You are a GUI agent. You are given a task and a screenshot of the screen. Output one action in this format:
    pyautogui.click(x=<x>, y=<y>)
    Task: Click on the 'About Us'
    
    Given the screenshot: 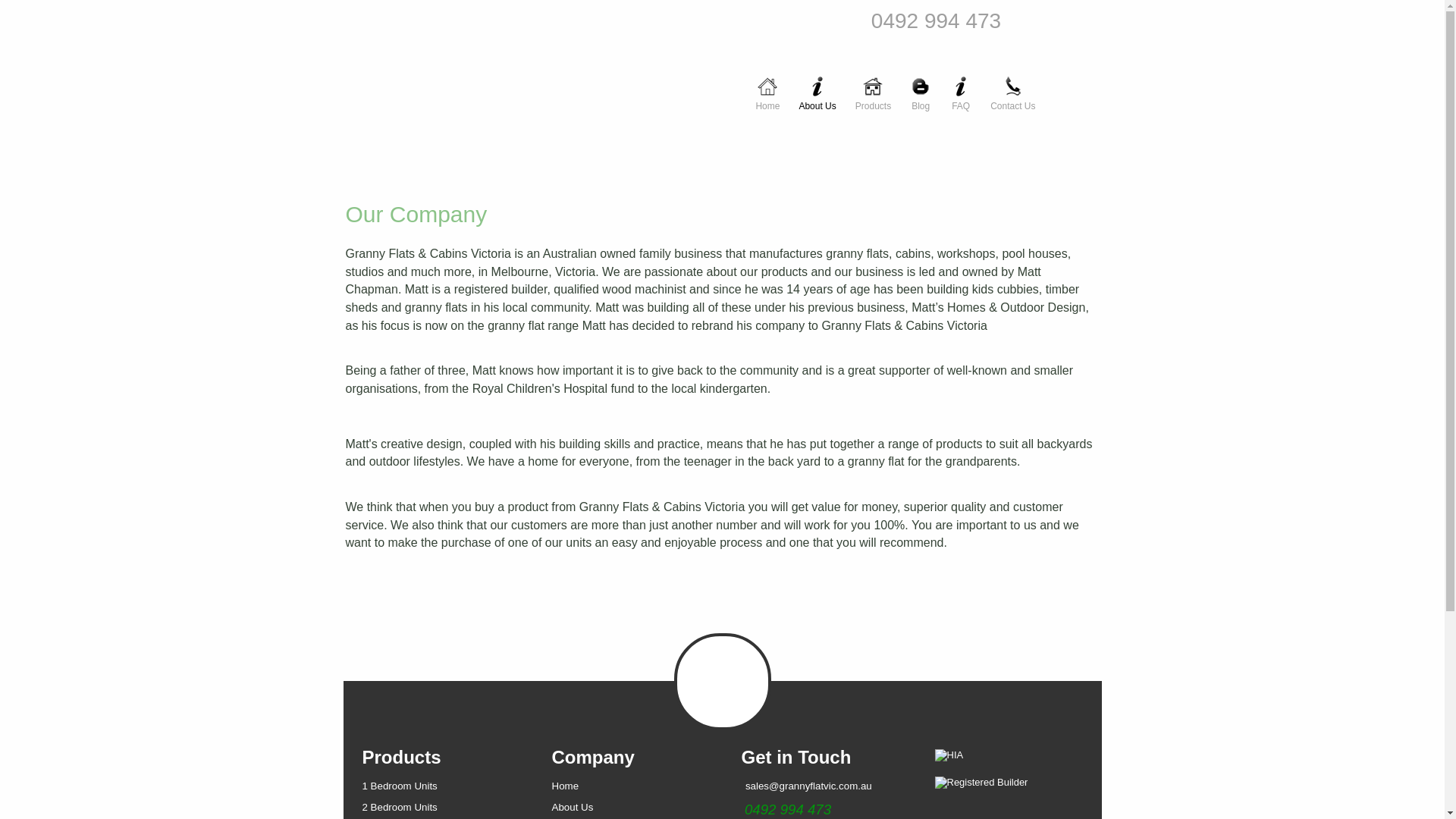 What is the action you would take?
    pyautogui.click(x=789, y=85)
    